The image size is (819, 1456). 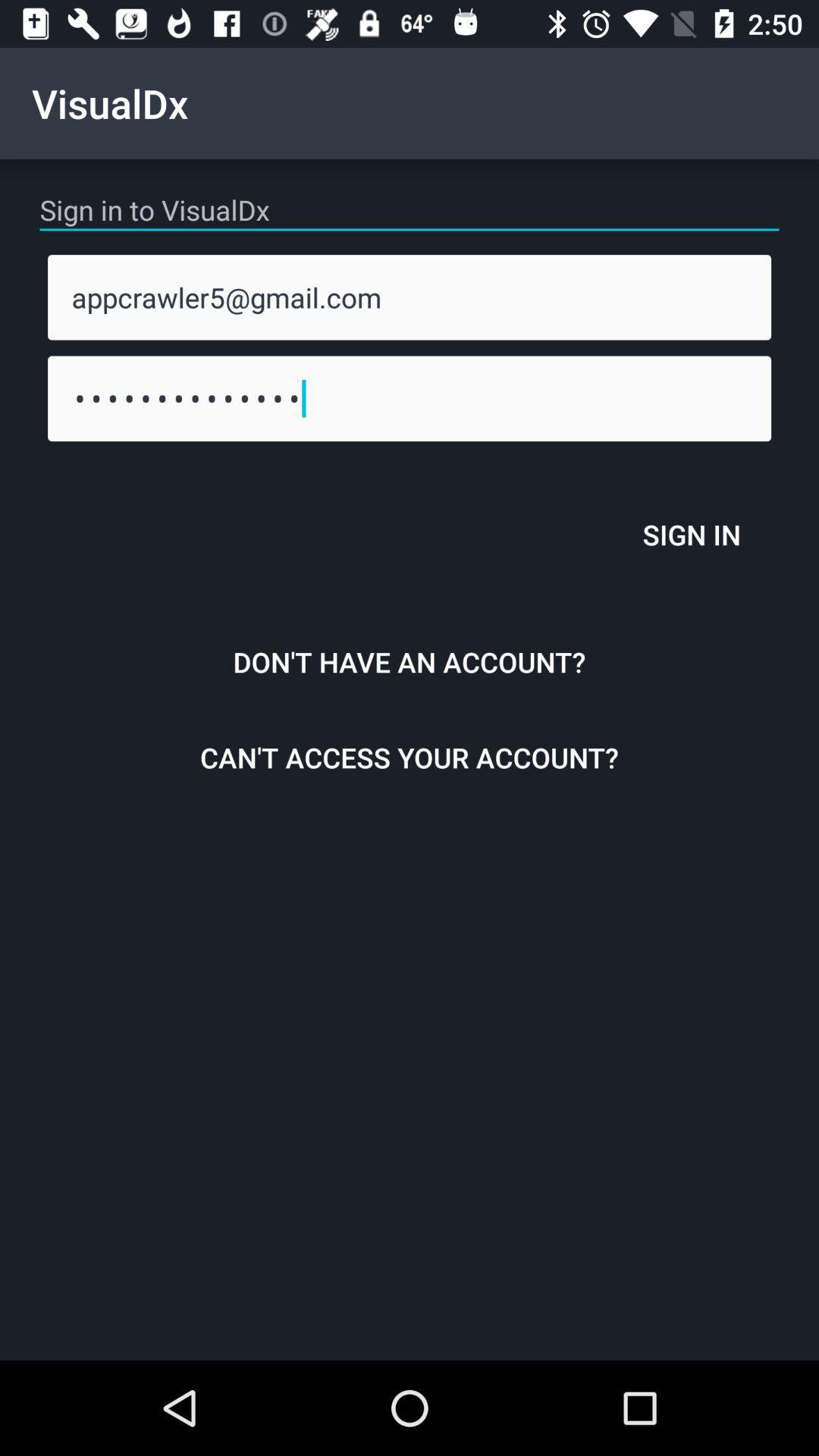 I want to click on appcrawler3116 icon, so click(x=409, y=398).